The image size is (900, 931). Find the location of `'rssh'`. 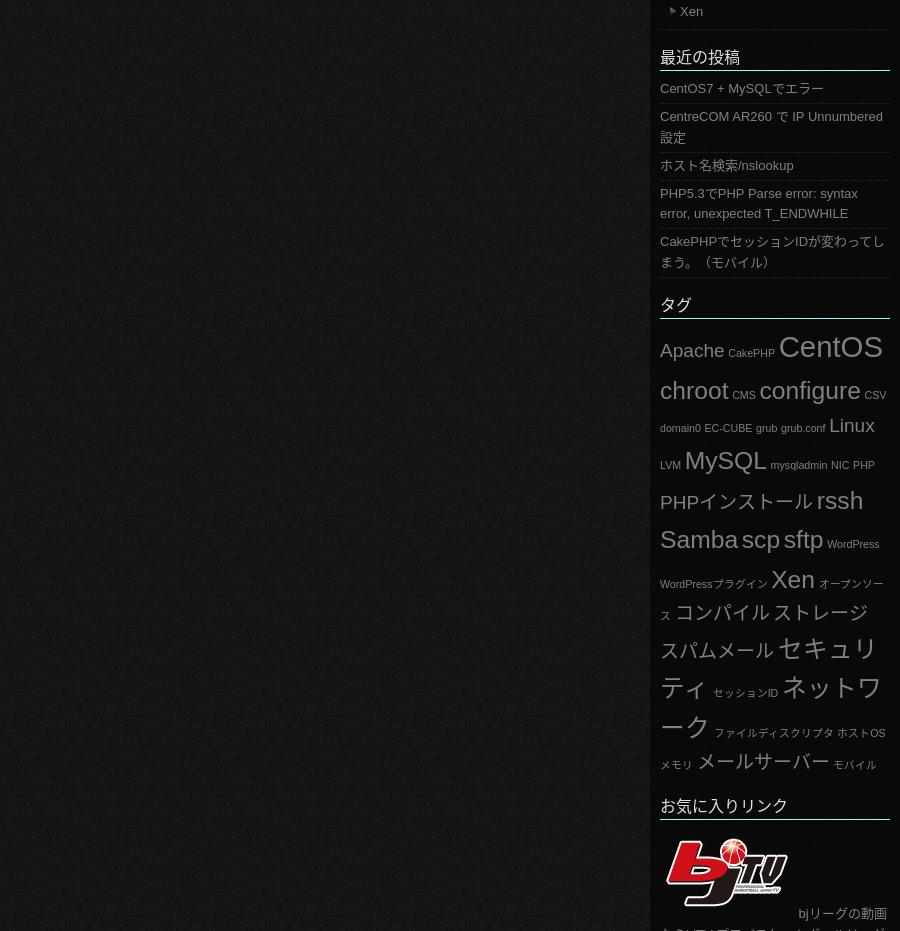

'rssh' is located at coordinates (816, 499).